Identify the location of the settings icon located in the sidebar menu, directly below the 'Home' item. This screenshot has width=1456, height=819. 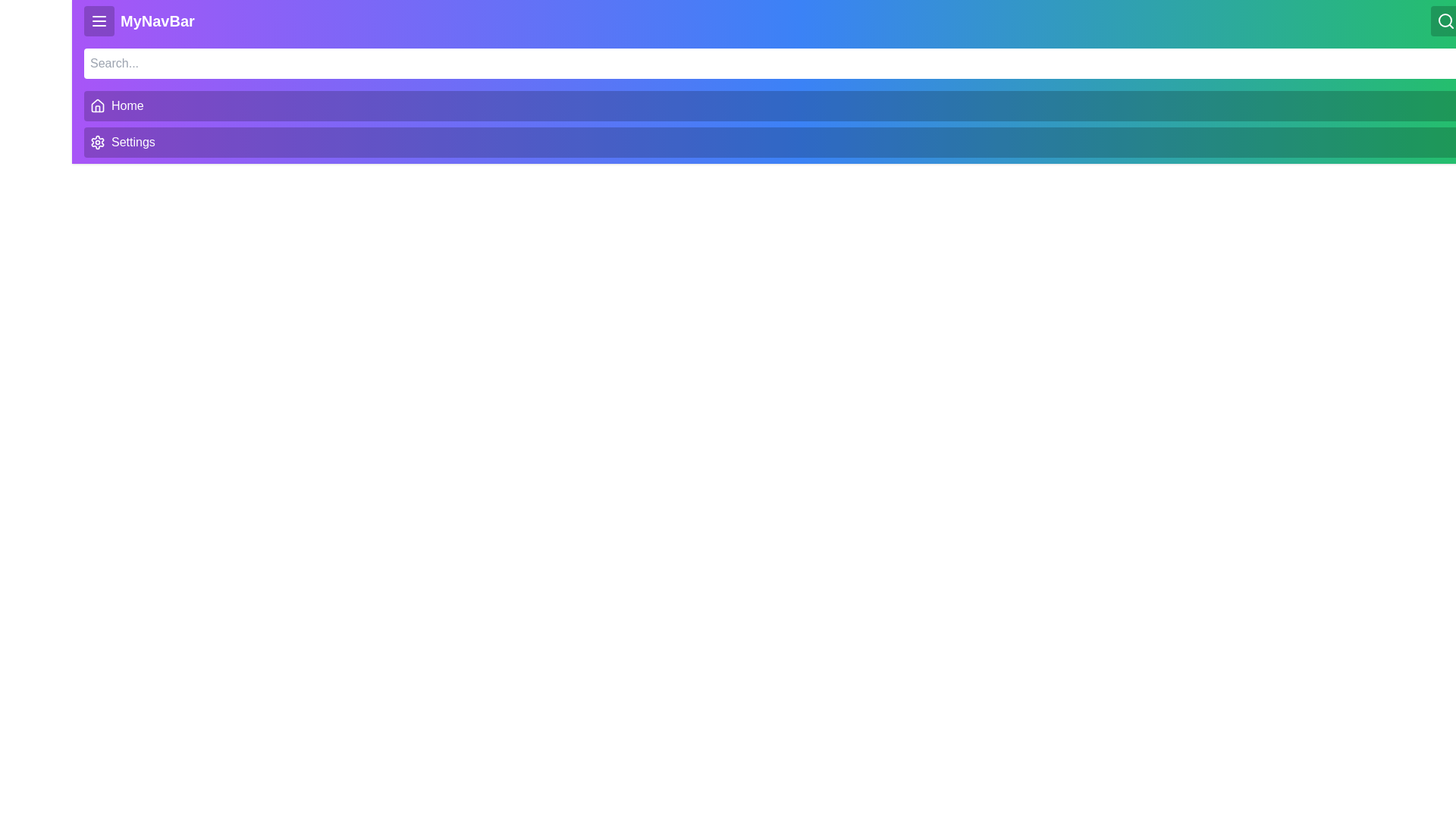
(97, 143).